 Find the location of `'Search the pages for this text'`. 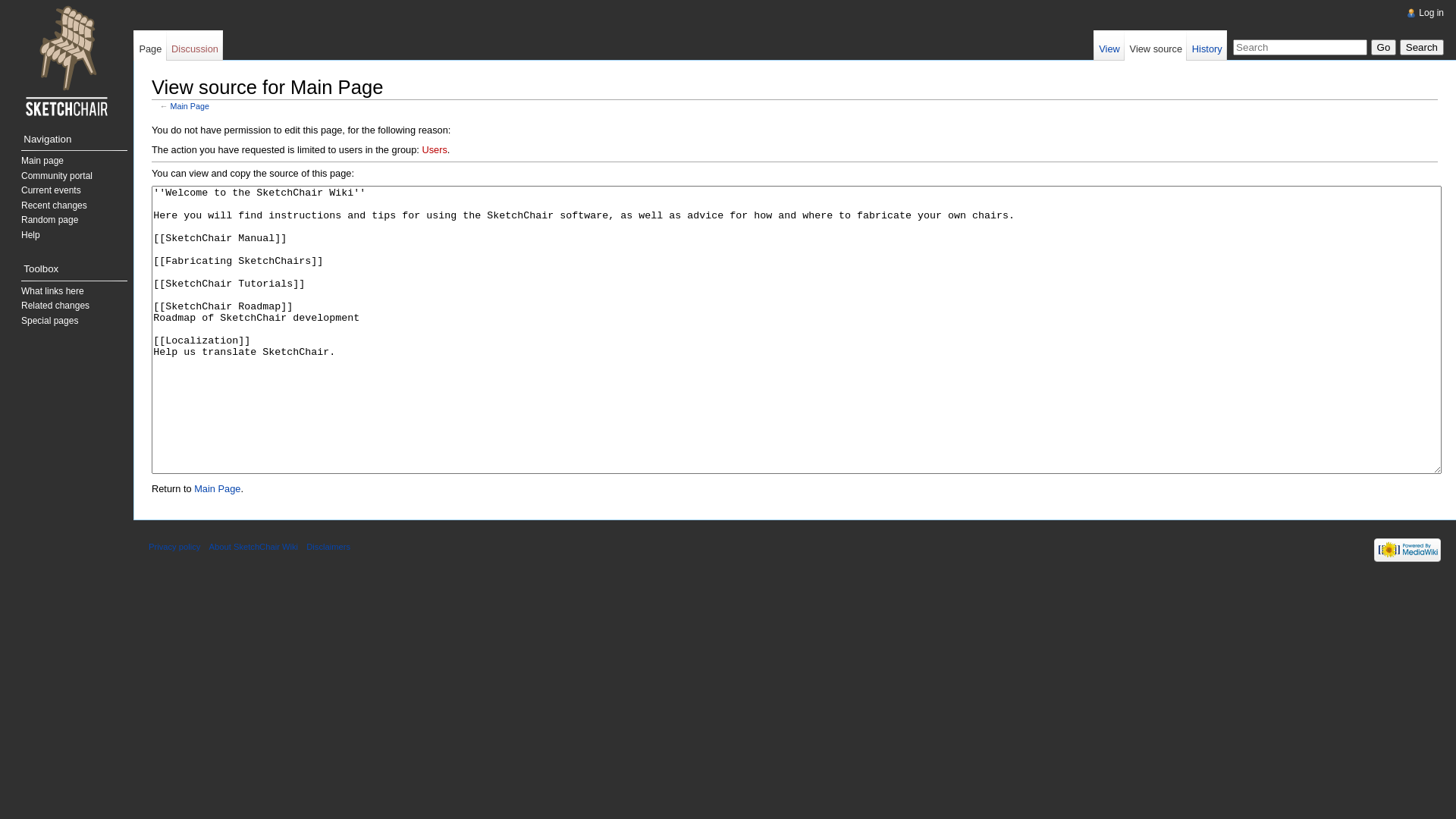

'Search the pages for this text' is located at coordinates (1421, 46).